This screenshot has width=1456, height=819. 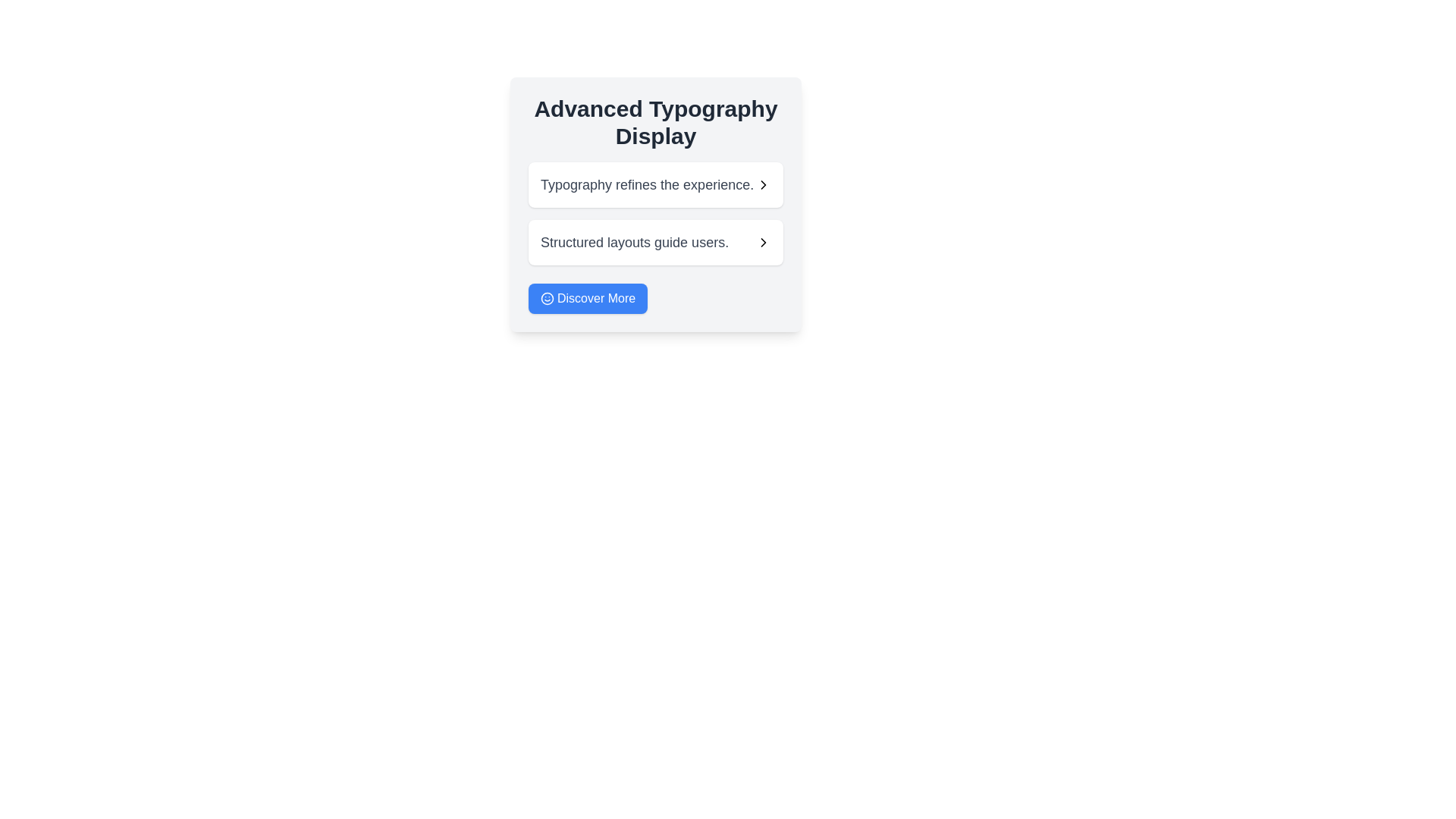 I want to click on the circular icon with a smiling face inside, which is located within the 'Discover More' button at the bottom of a card layout, so click(x=546, y=298).